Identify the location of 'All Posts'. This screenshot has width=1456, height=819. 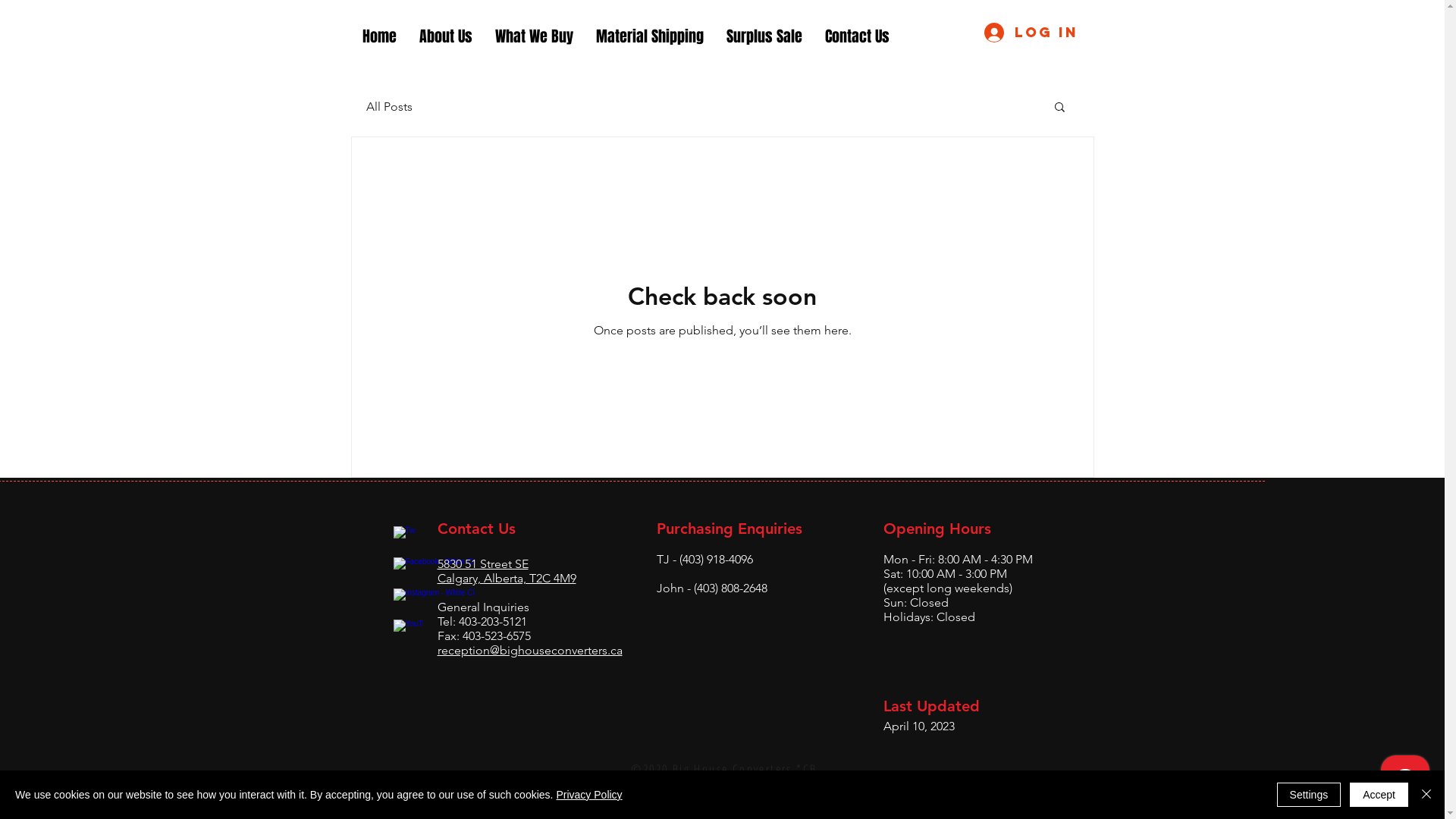
(388, 105).